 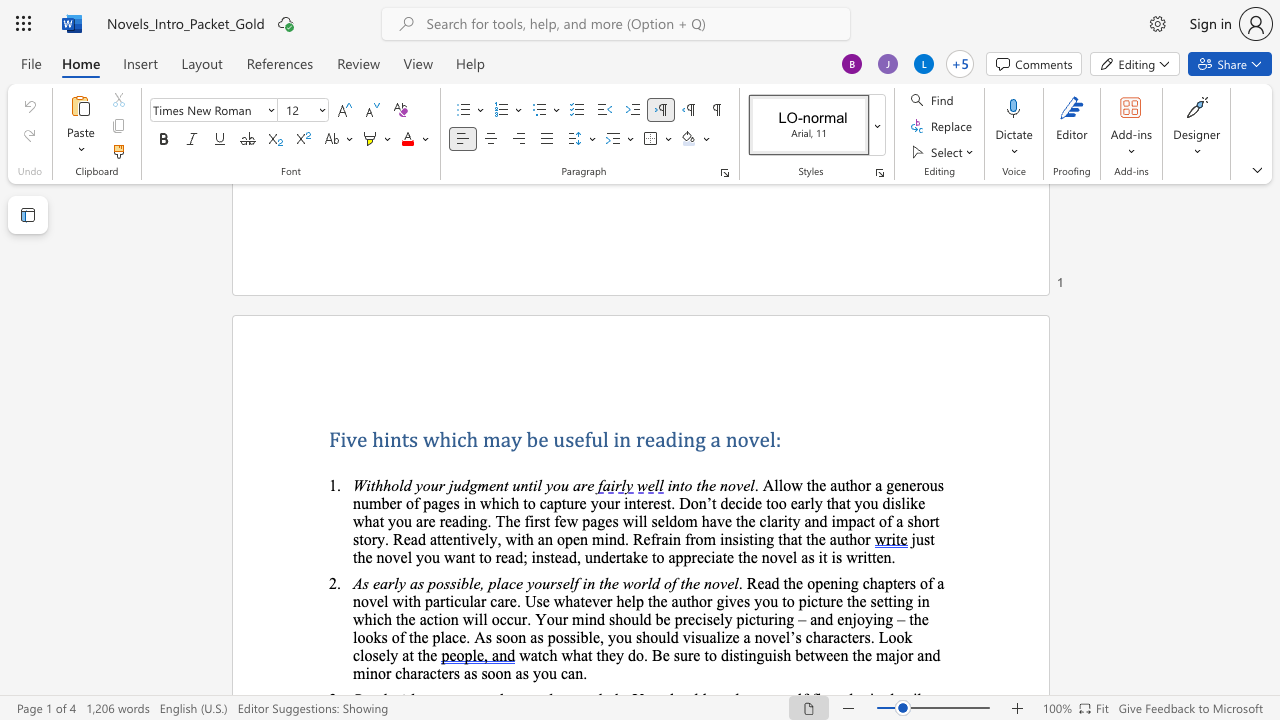 I want to click on the space between the continuous character "i" and "l" in the text, so click(x=537, y=485).